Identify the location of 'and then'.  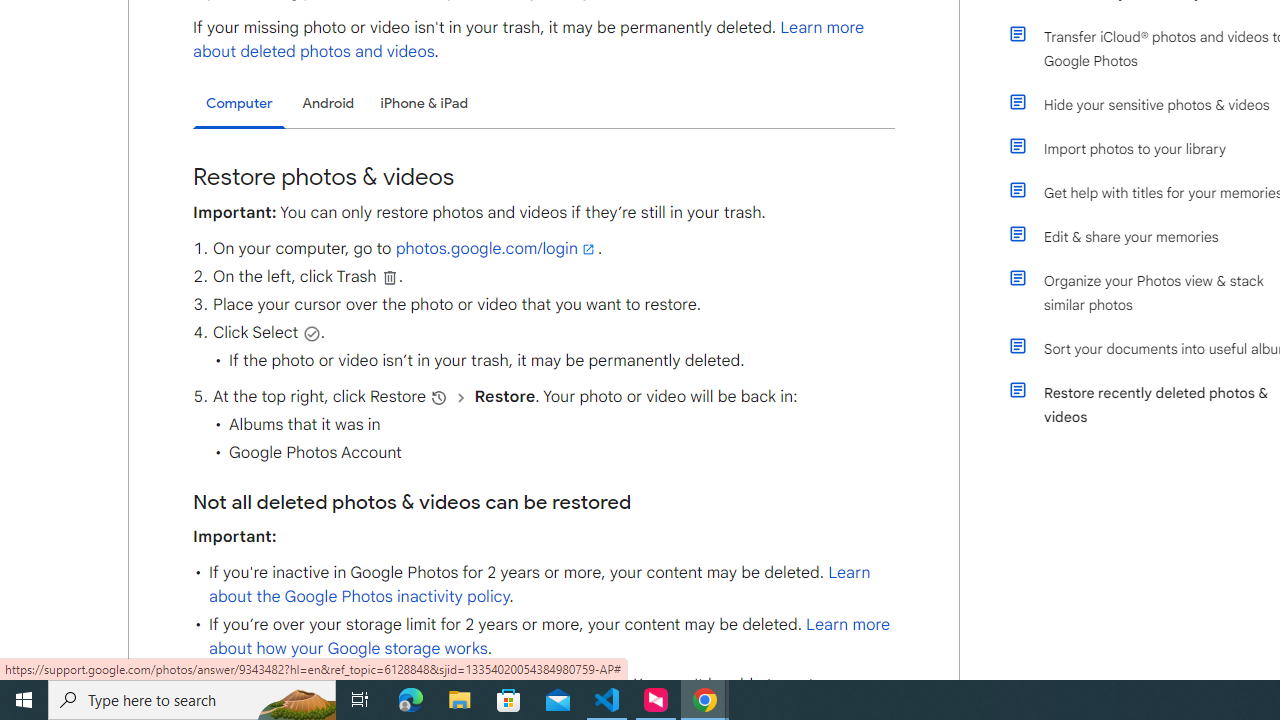
(460, 397).